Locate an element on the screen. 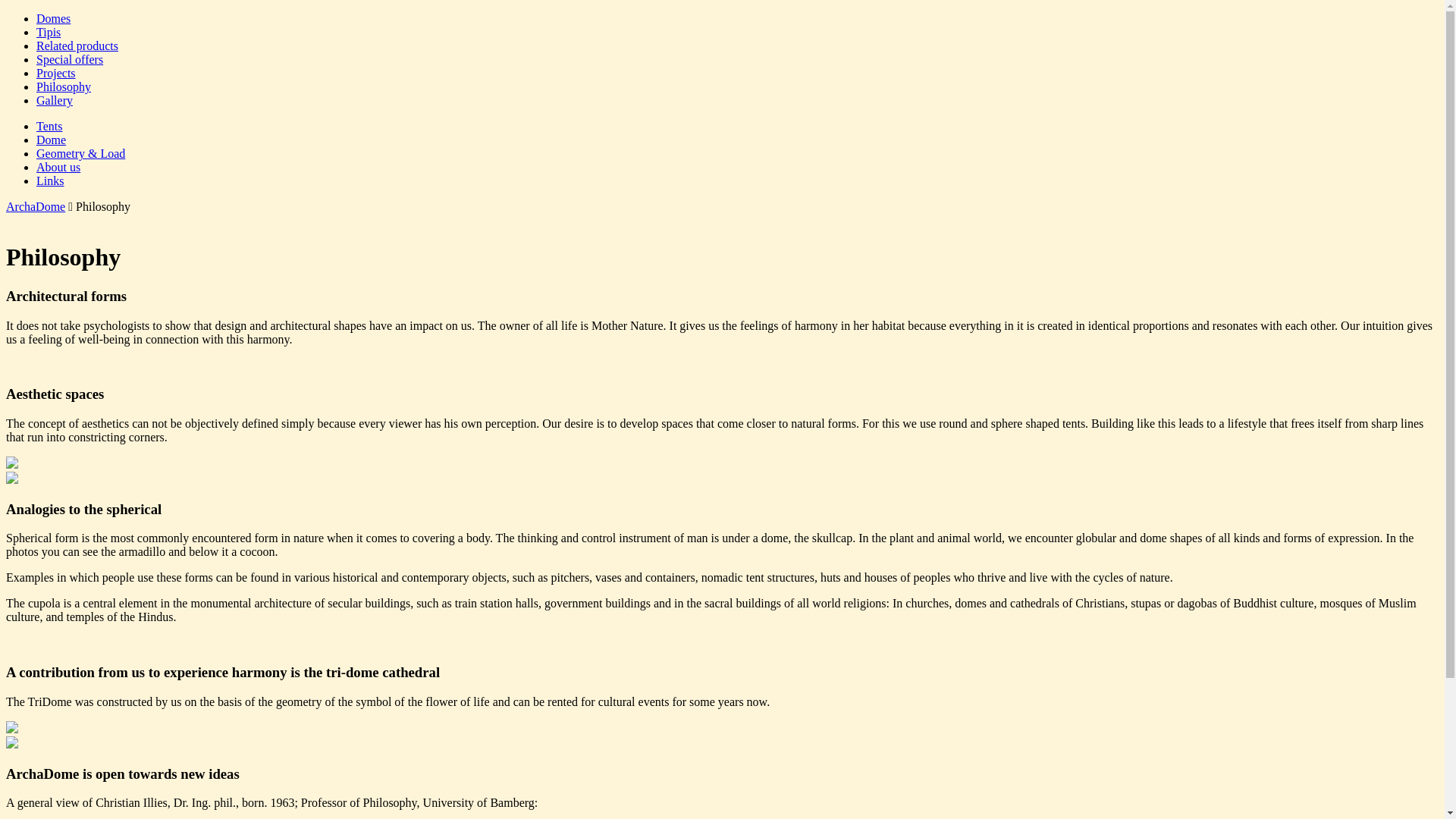 The width and height of the screenshot is (1456, 819). 'Tents' is located at coordinates (49, 125).